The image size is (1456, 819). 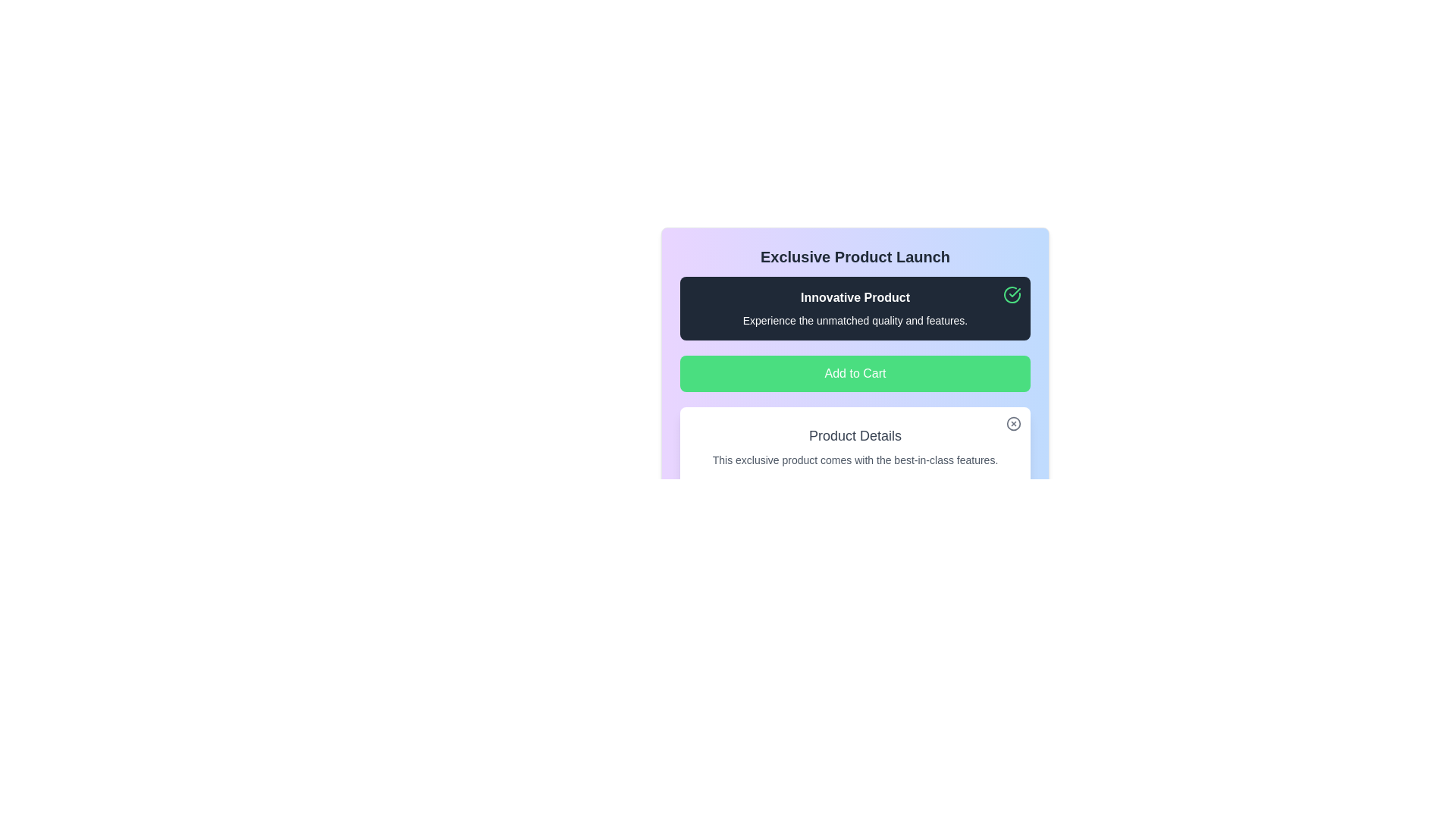 What do you see at coordinates (855, 320) in the screenshot?
I see `the text display that reads 'Experience the unmatched quality and features.', which is positioned beneath the bold text 'Innovative Product'` at bounding box center [855, 320].